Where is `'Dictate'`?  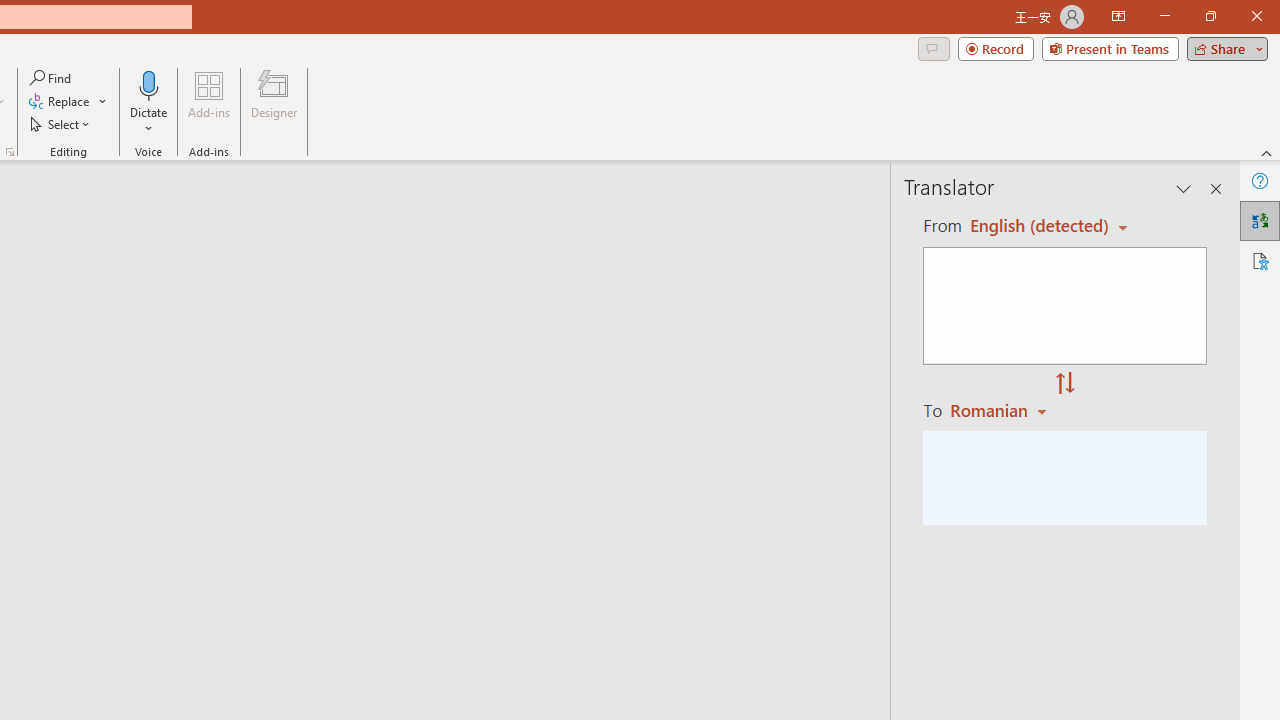
'Dictate' is located at coordinates (148, 103).